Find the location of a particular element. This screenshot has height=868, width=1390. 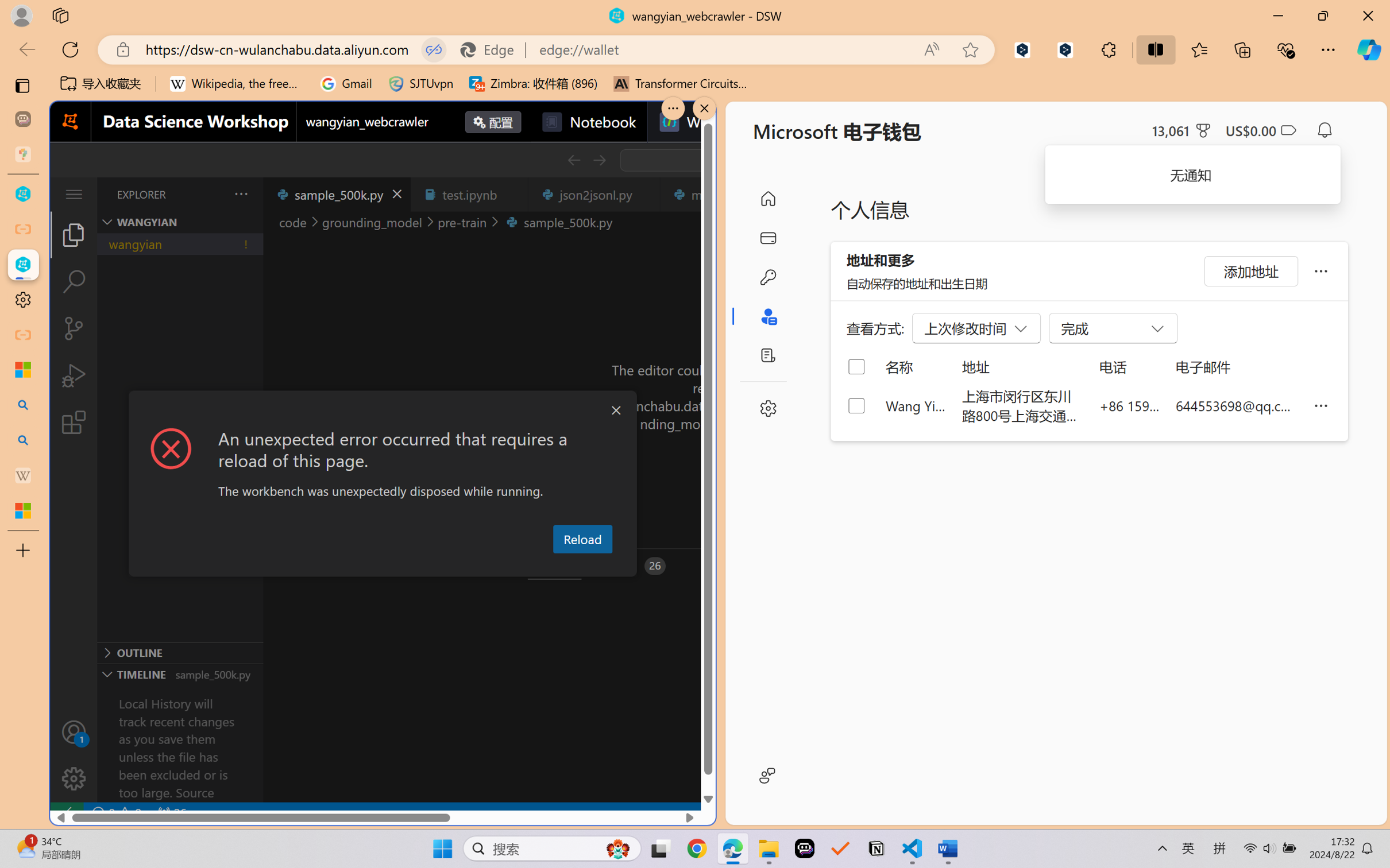

'Tab actions' is located at coordinates (644, 193).